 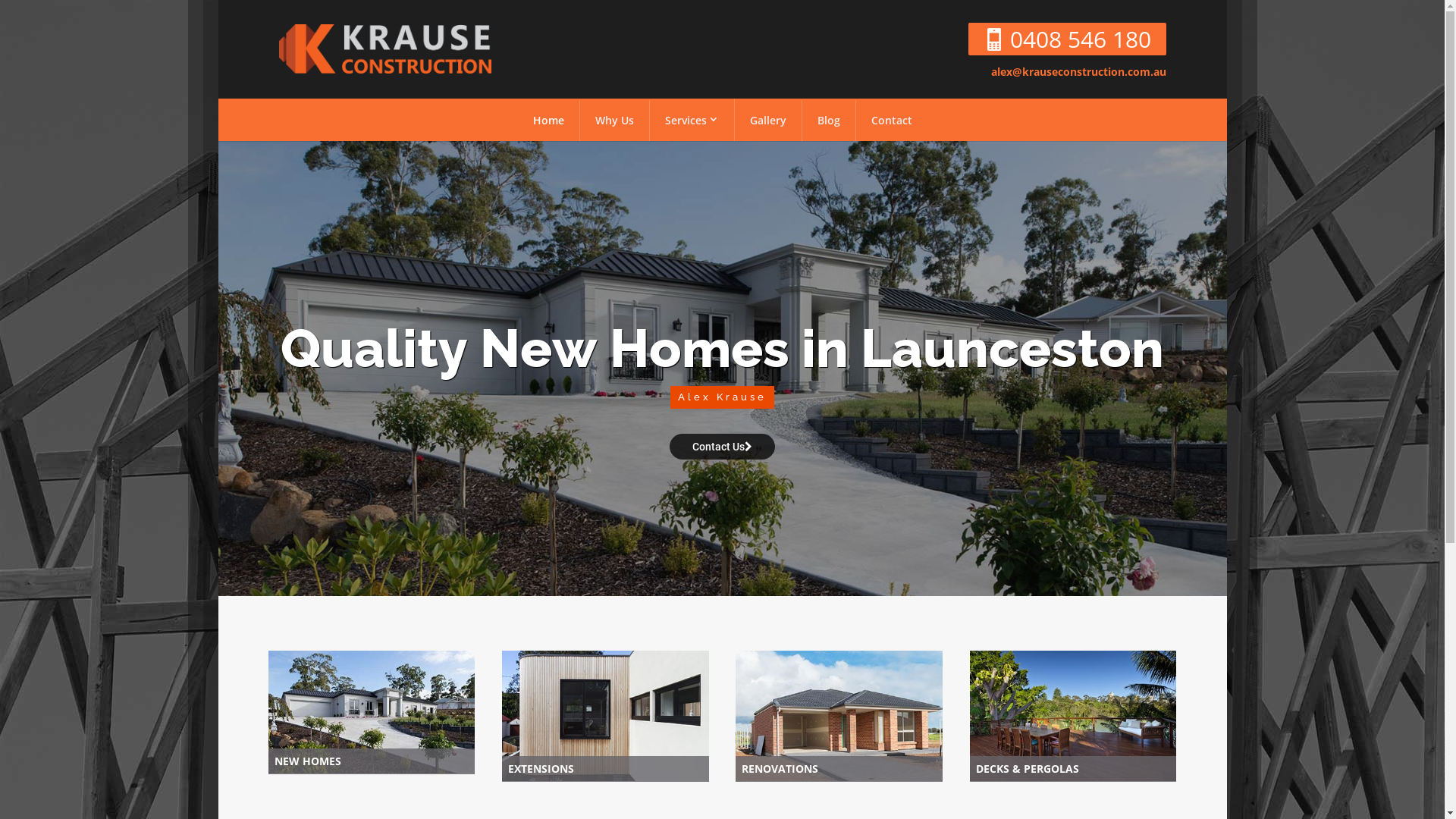 What do you see at coordinates (690, 119) in the screenshot?
I see `'Services'` at bounding box center [690, 119].